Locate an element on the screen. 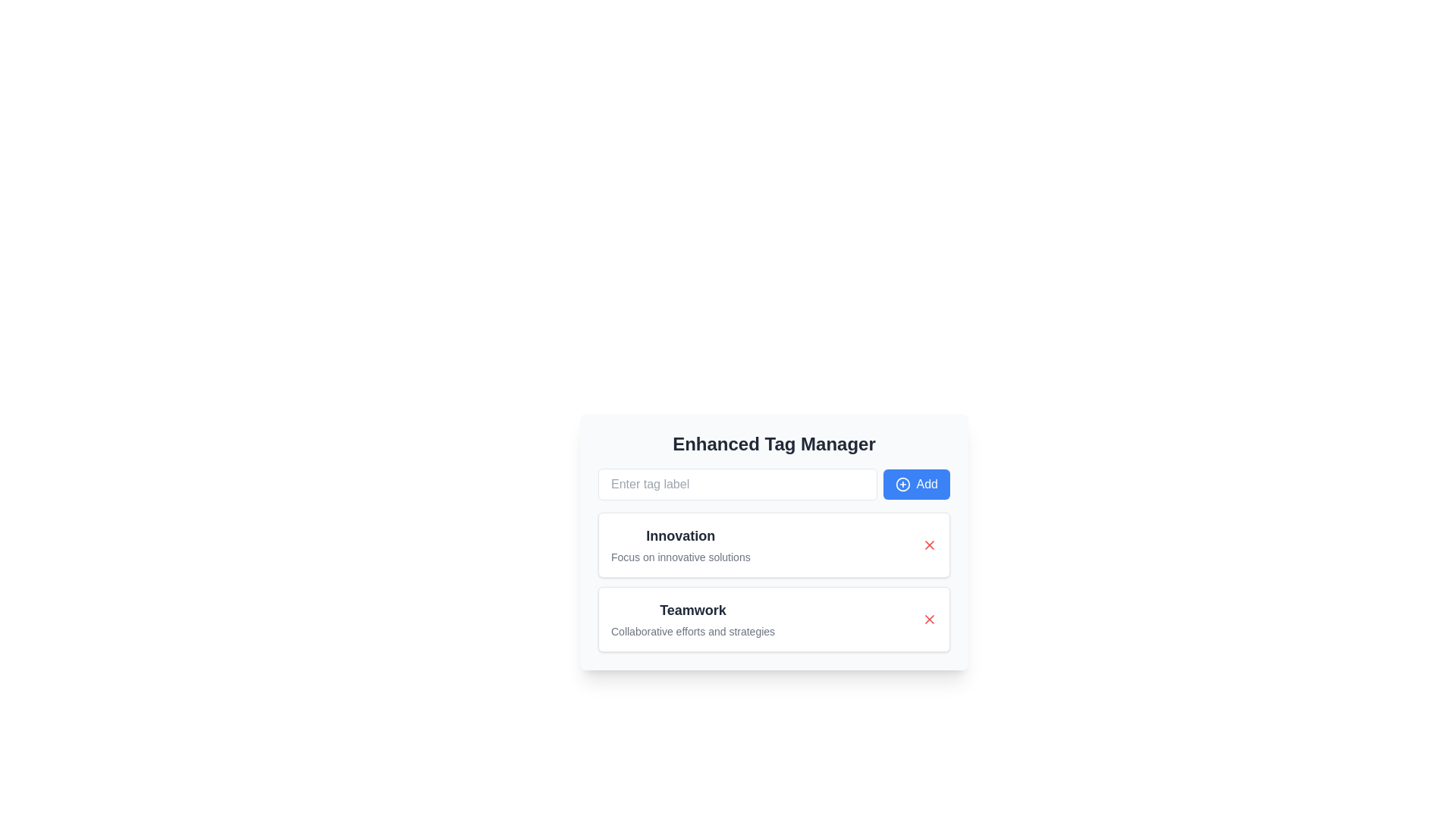 This screenshot has height=819, width=1456. the Header text emphasizing 'Innovation' located centrally within the 'Enhanced Tag Manager' content box is located at coordinates (679, 535).